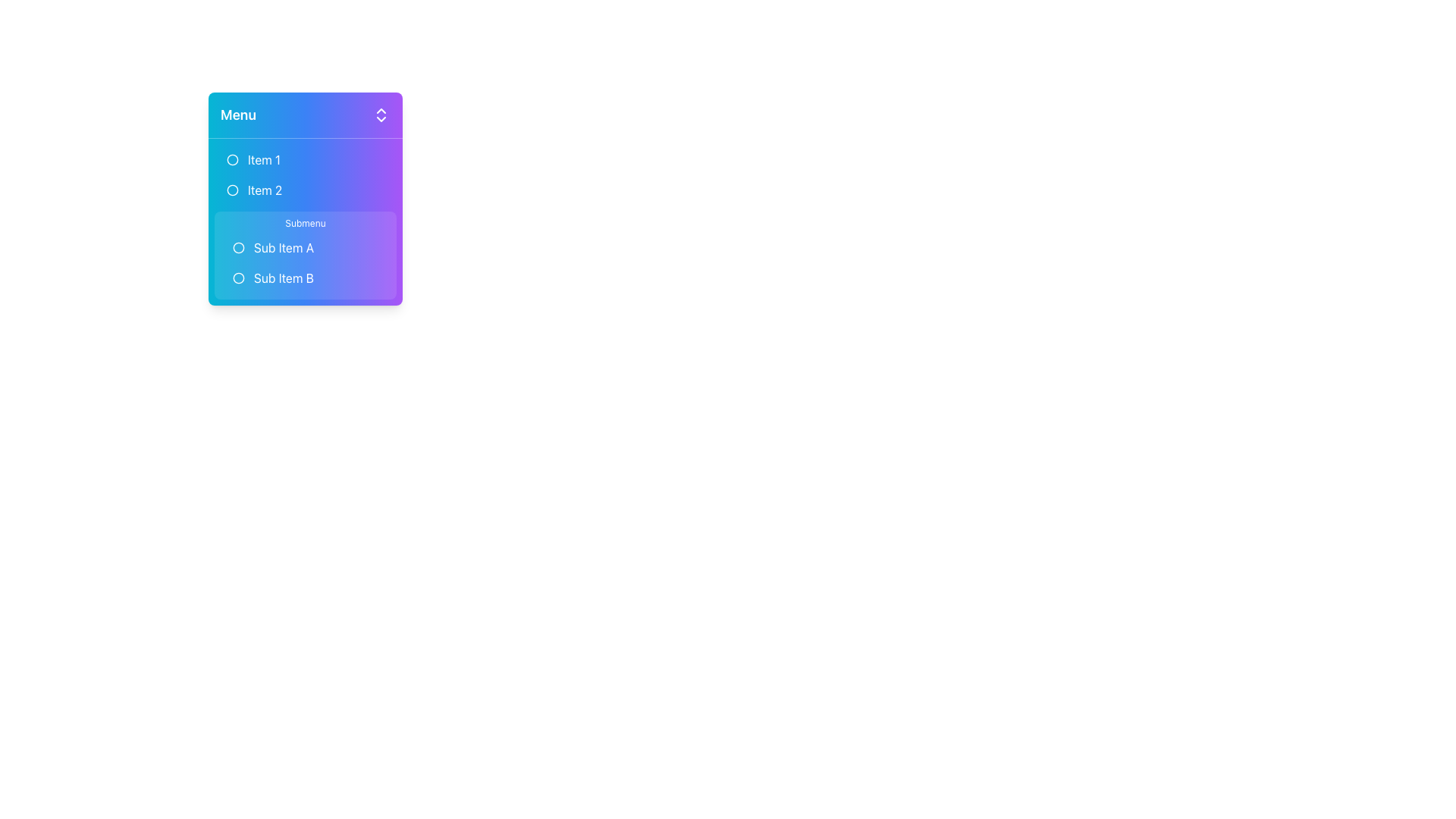  What do you see at coordinates (238, 278) in the screenshot?
I see `the radio button indicator` at bounding box center [238, 278].